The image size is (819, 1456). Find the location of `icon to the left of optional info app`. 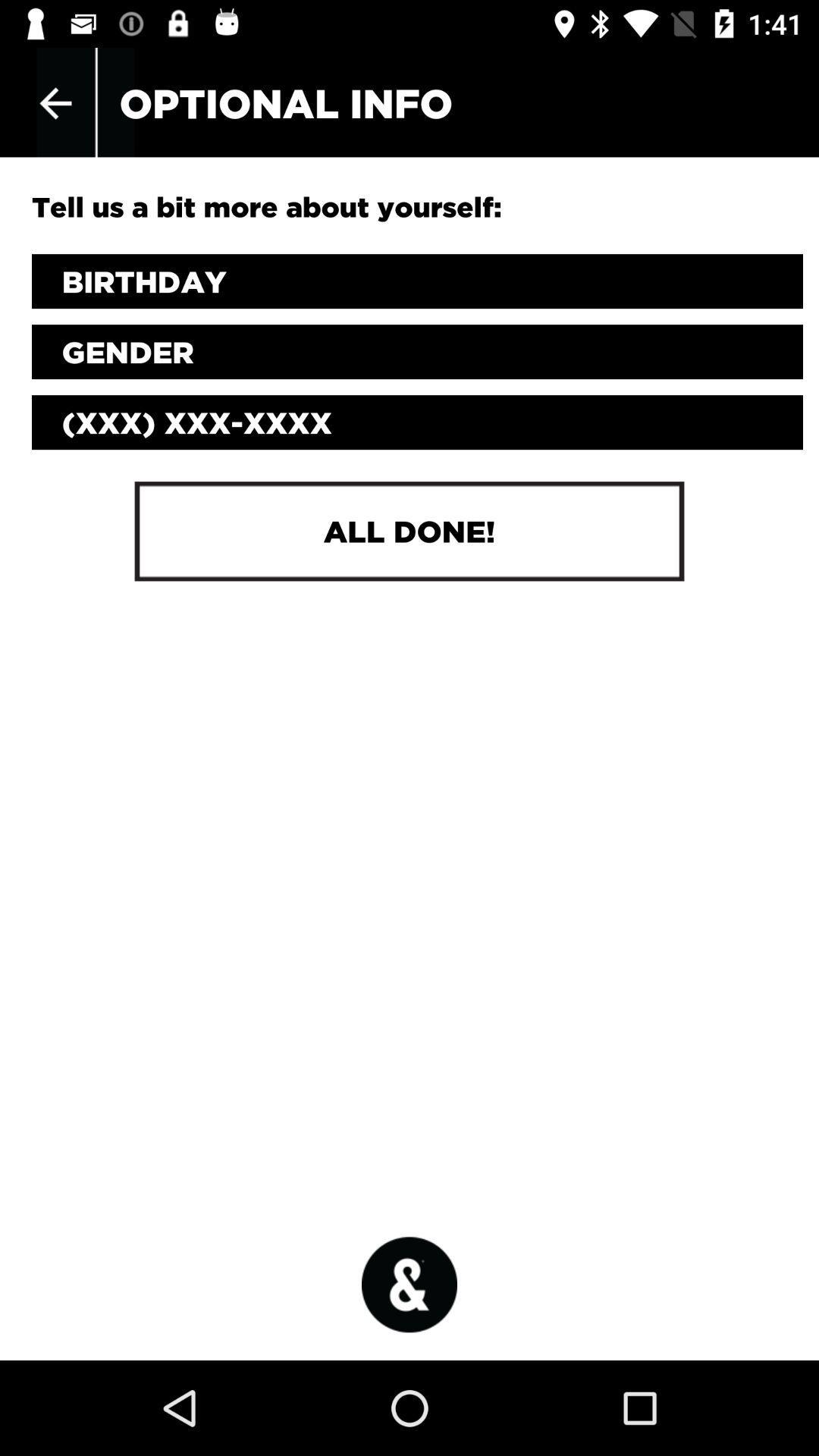

icon to the left of optional info app is located at coordinates (55, 102).